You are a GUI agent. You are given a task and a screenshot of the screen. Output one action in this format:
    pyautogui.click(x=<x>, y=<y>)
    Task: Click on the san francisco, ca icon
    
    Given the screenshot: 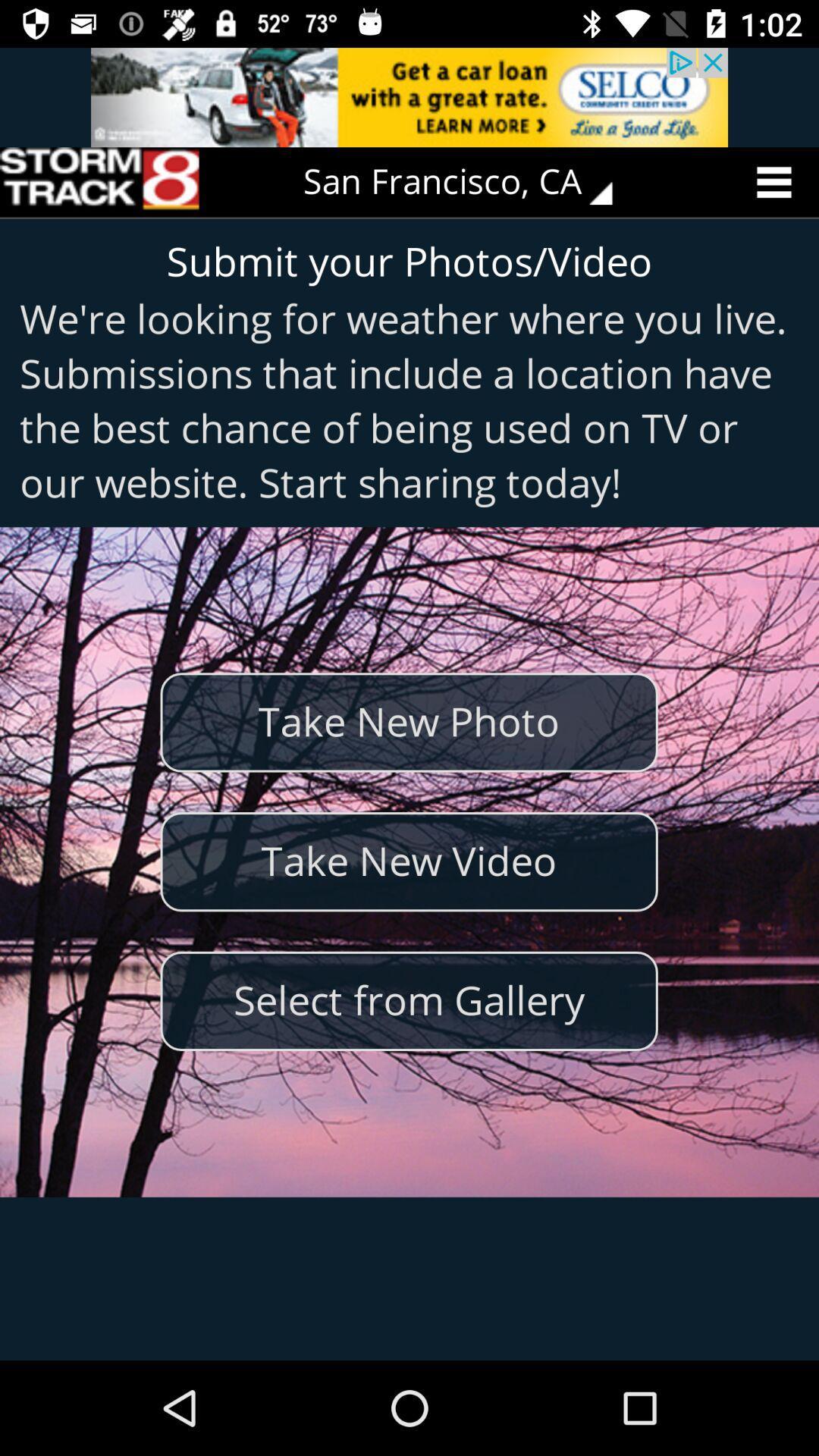 What is the action you would take?
    pyautogui.click(x=468, y=182)
    